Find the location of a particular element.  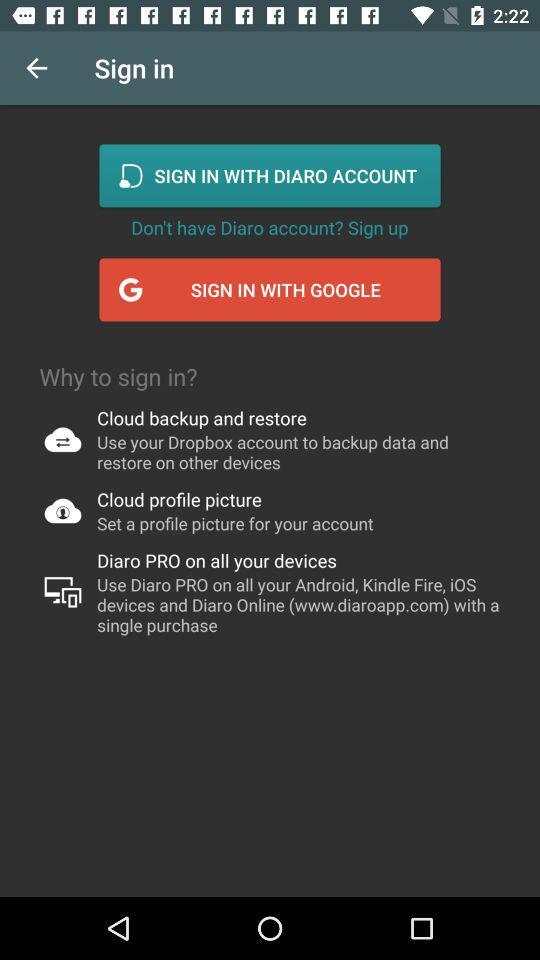

the green colored button below sign in is located at coordinates (270, 174).